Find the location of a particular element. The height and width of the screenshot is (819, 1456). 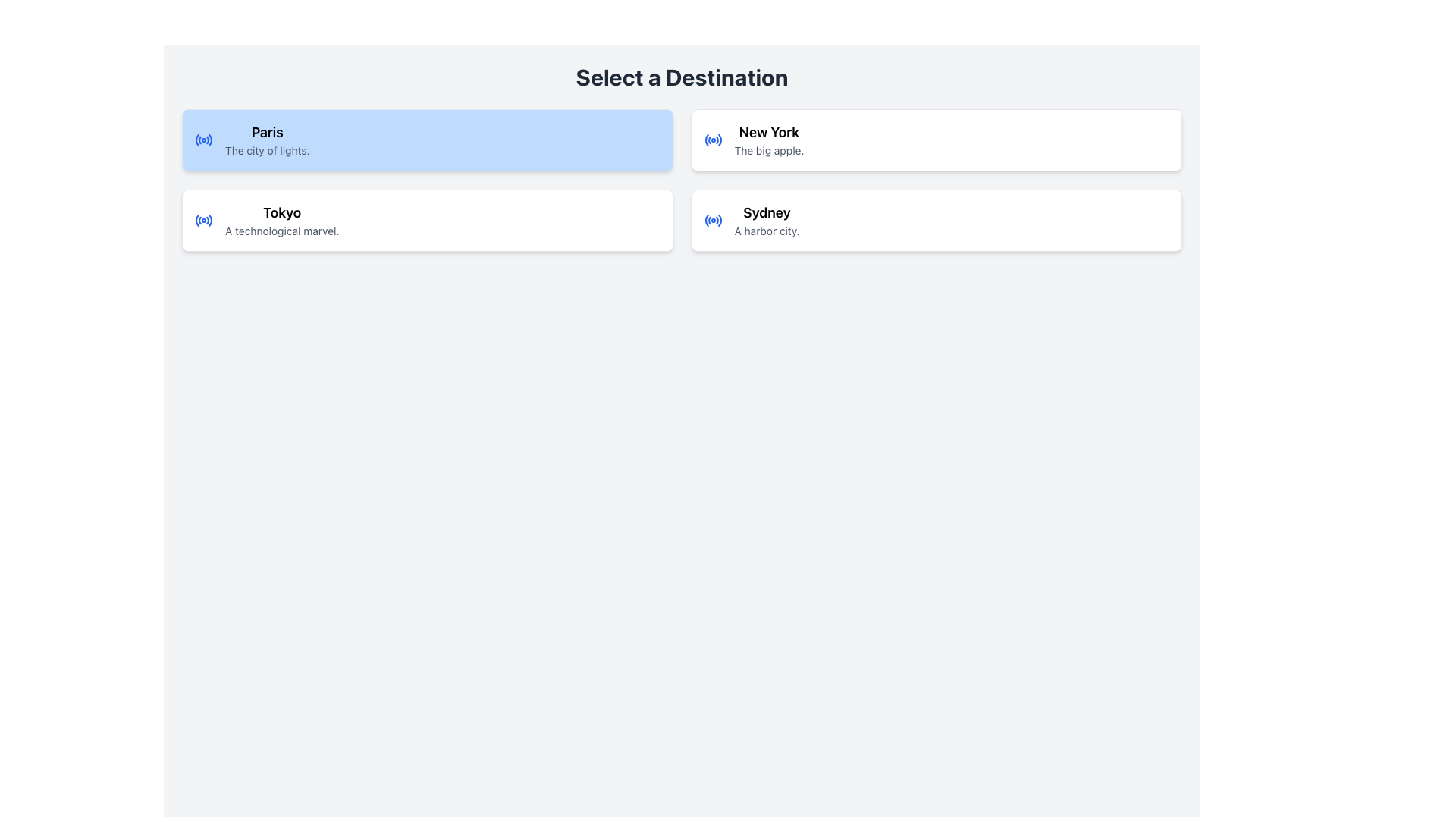

the text label indicating the city name 'New York' which is positioned above the description 'The big apple' in the second column of a grid layout is located at coordinates (769, 131).